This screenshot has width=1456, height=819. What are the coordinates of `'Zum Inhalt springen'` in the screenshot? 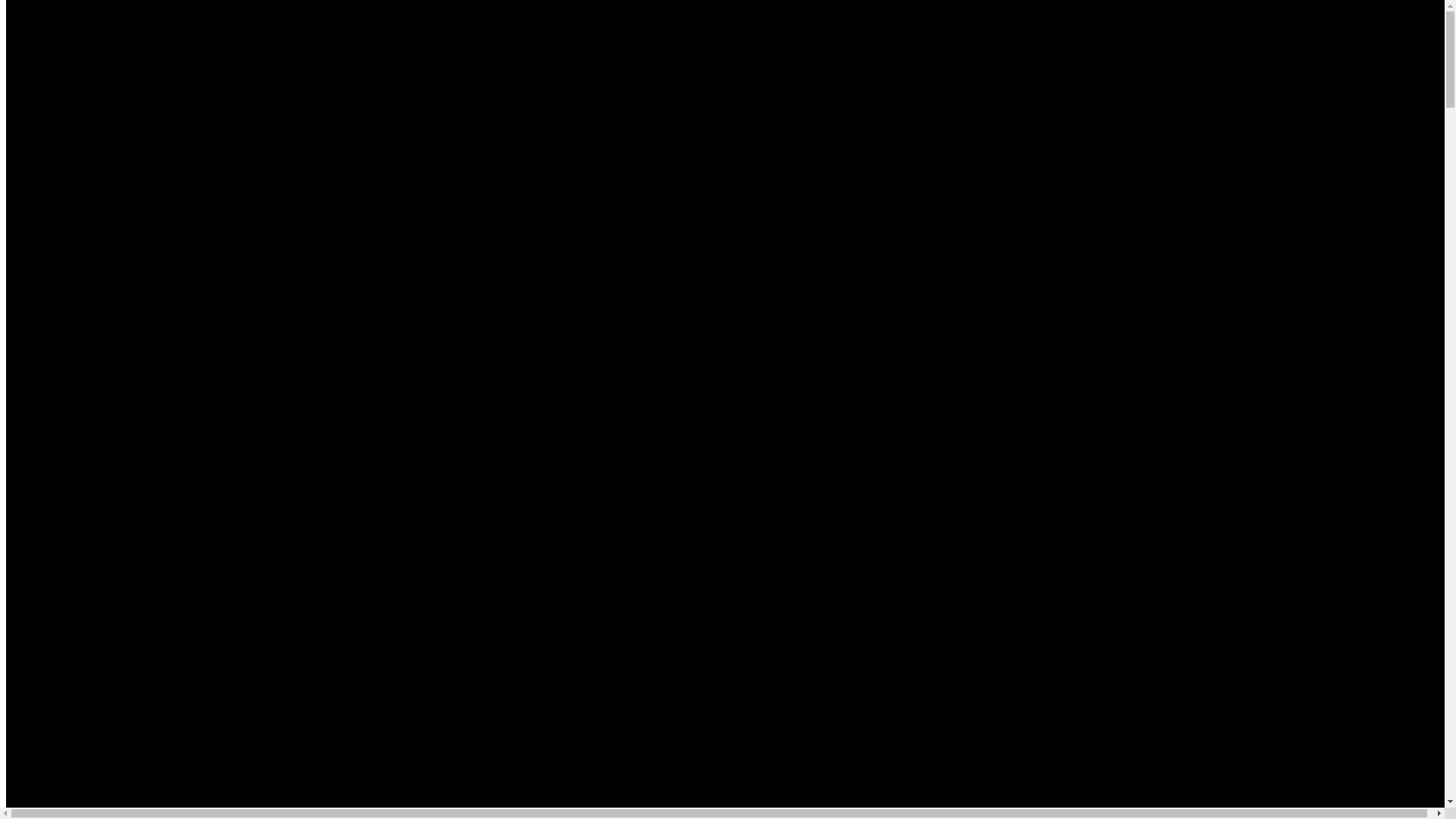 It's located at (55, 12).